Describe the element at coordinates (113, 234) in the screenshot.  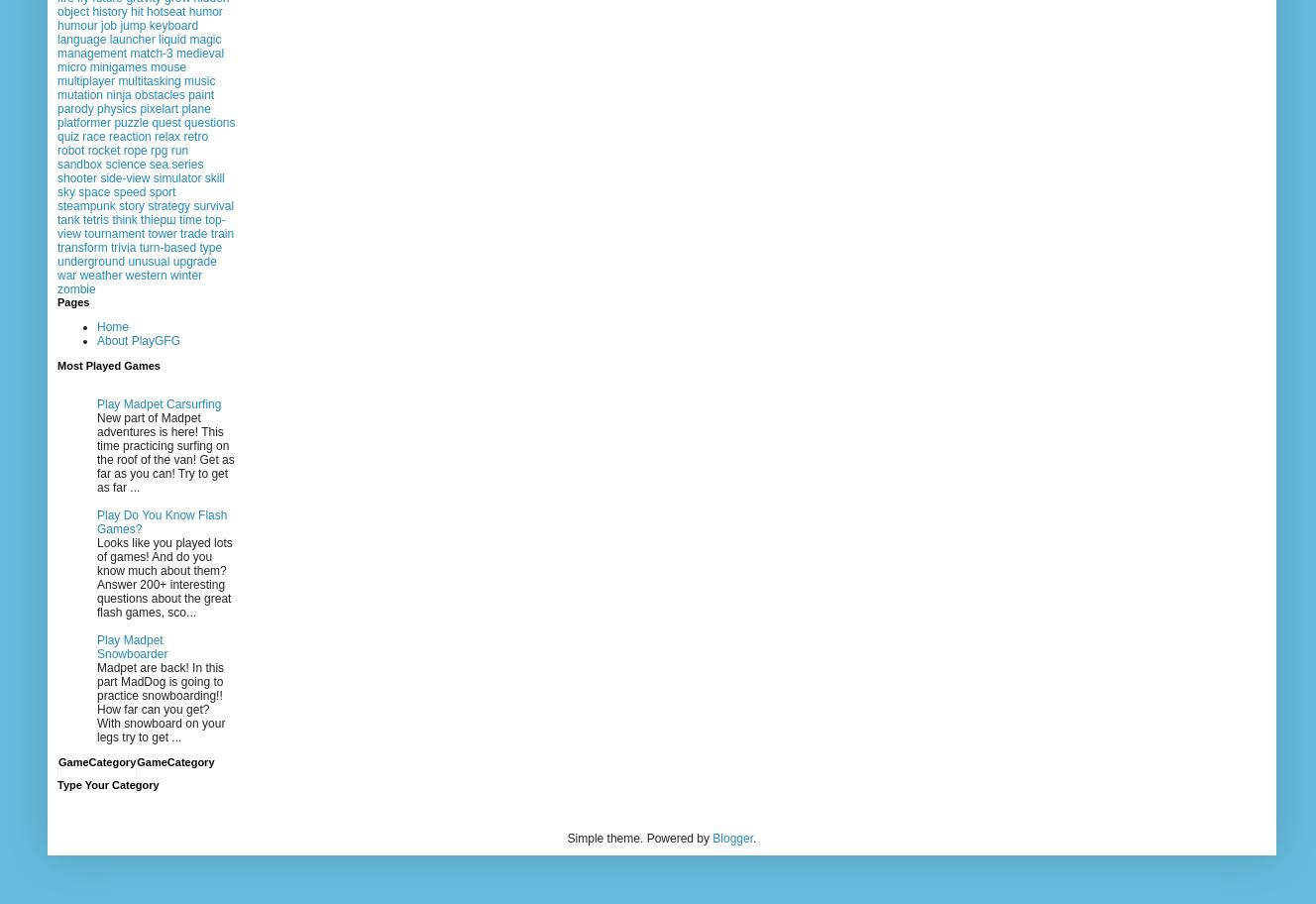
I see `'tournament'` at that location.